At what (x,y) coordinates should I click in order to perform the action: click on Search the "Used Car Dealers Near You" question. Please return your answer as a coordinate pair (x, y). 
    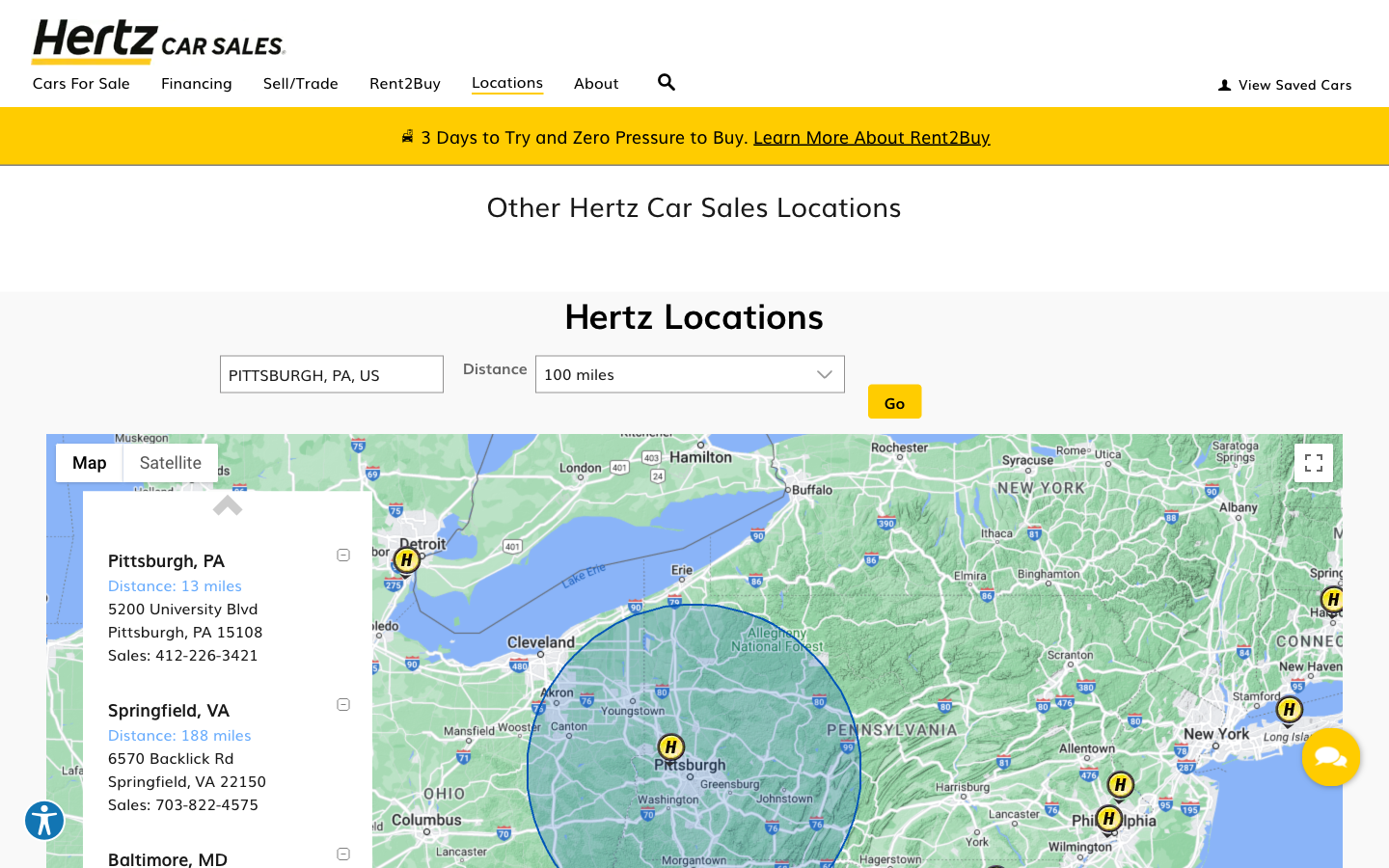
    Looking at the image, I should click on (667, 75).